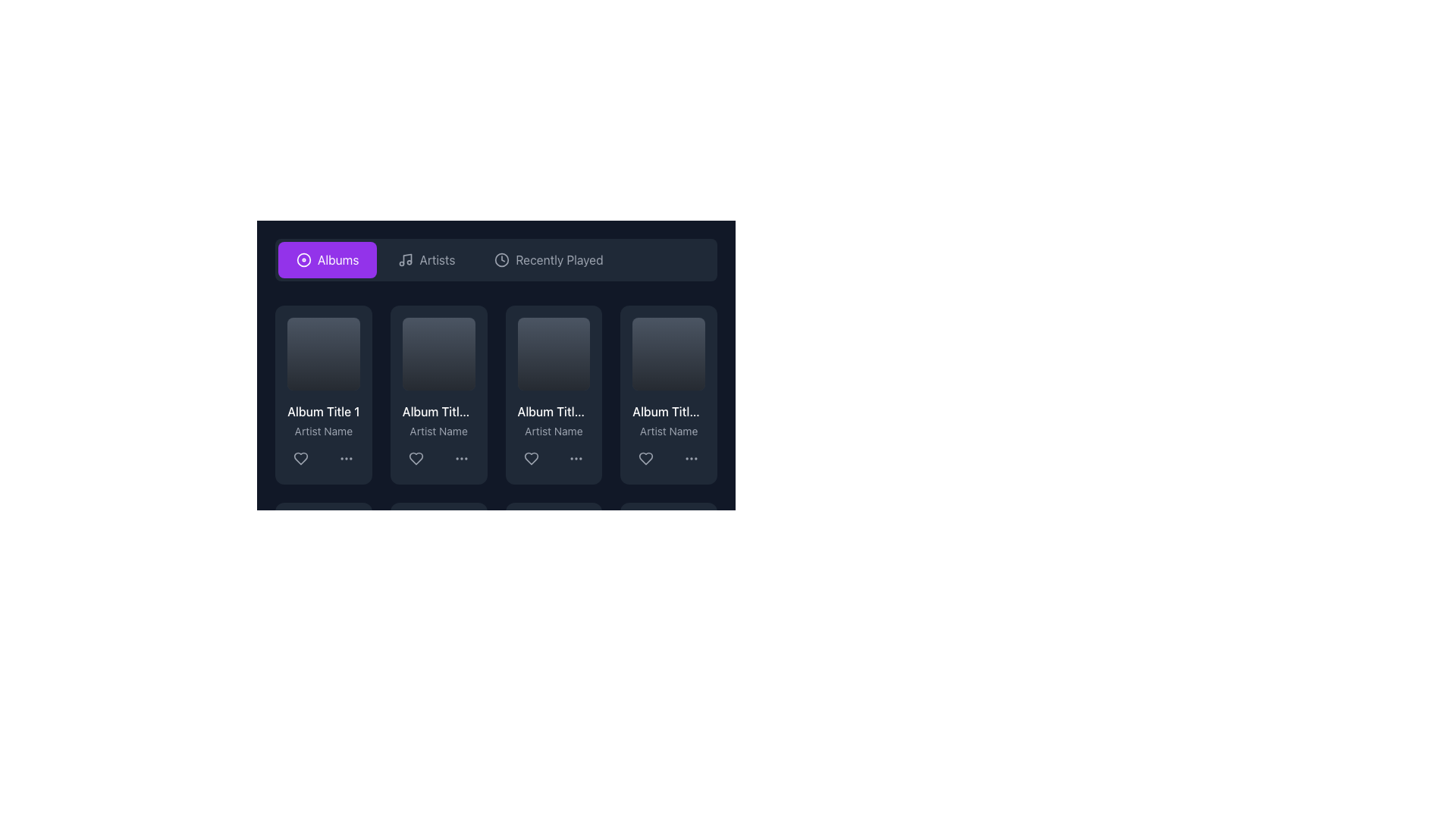 The image size is (1456, 819). Describe the element at coordinates (301, 457) in the screenshot. I see `the heart-shaped icon button` at that location.